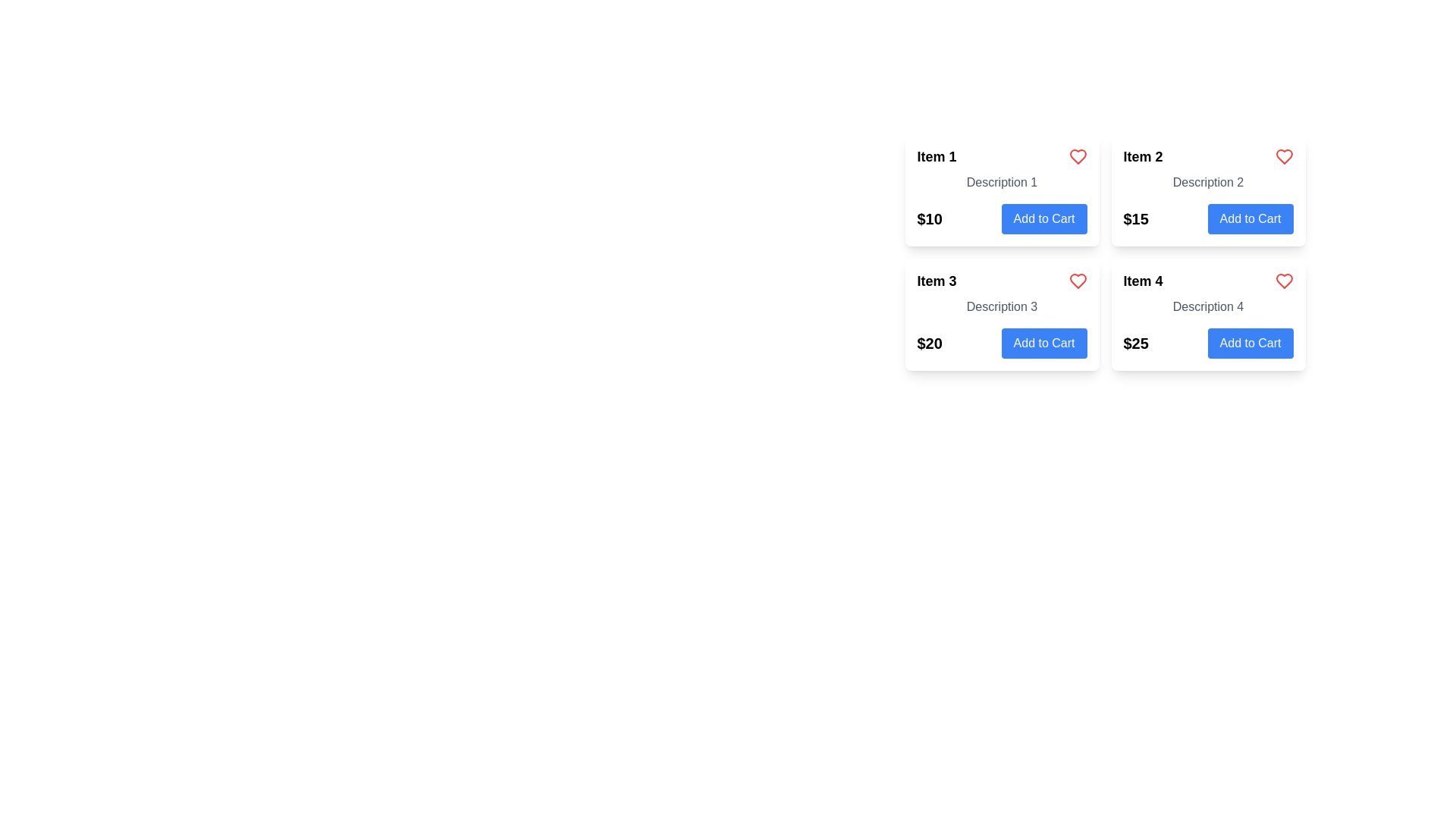 This screenshot has width=1456, height=819. Describe the element at coordinates (1283, 281) in the screenshot. I see `the heart icon button outlined in red located at the top-right corner of the card for 'Item 4'` at that location.